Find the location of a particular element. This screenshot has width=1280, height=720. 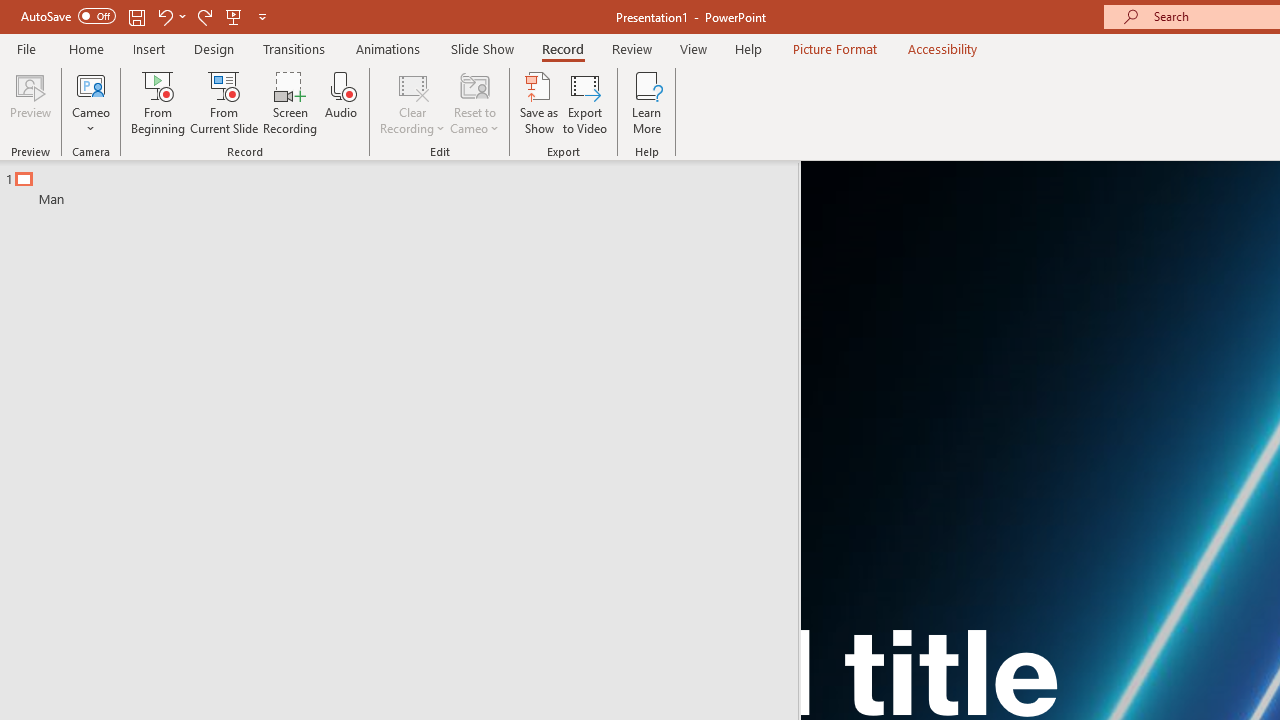

'Help' is located at coordinates (747, 48).